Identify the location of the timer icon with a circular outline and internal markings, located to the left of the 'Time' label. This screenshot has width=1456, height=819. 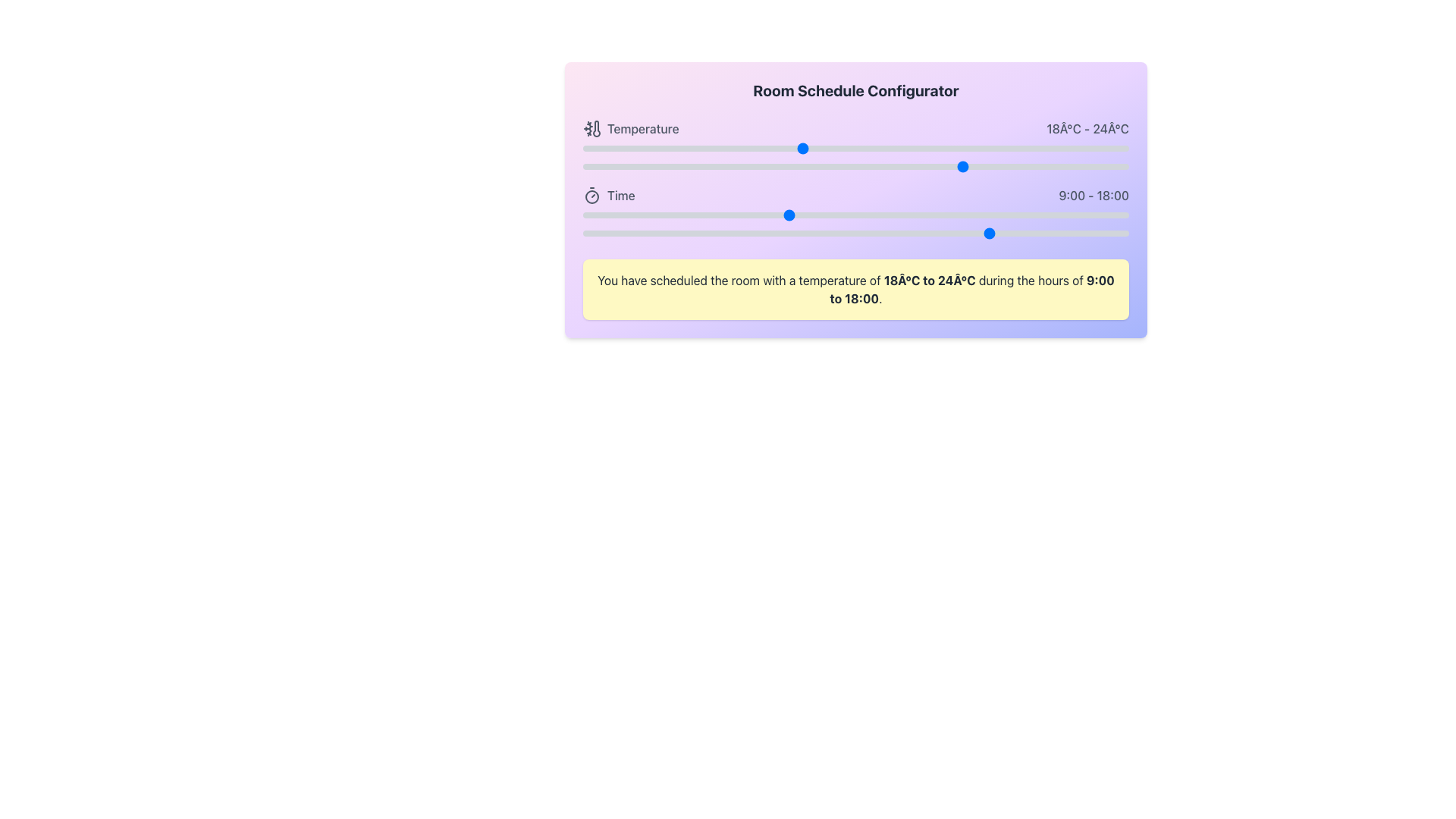
(591, 195).